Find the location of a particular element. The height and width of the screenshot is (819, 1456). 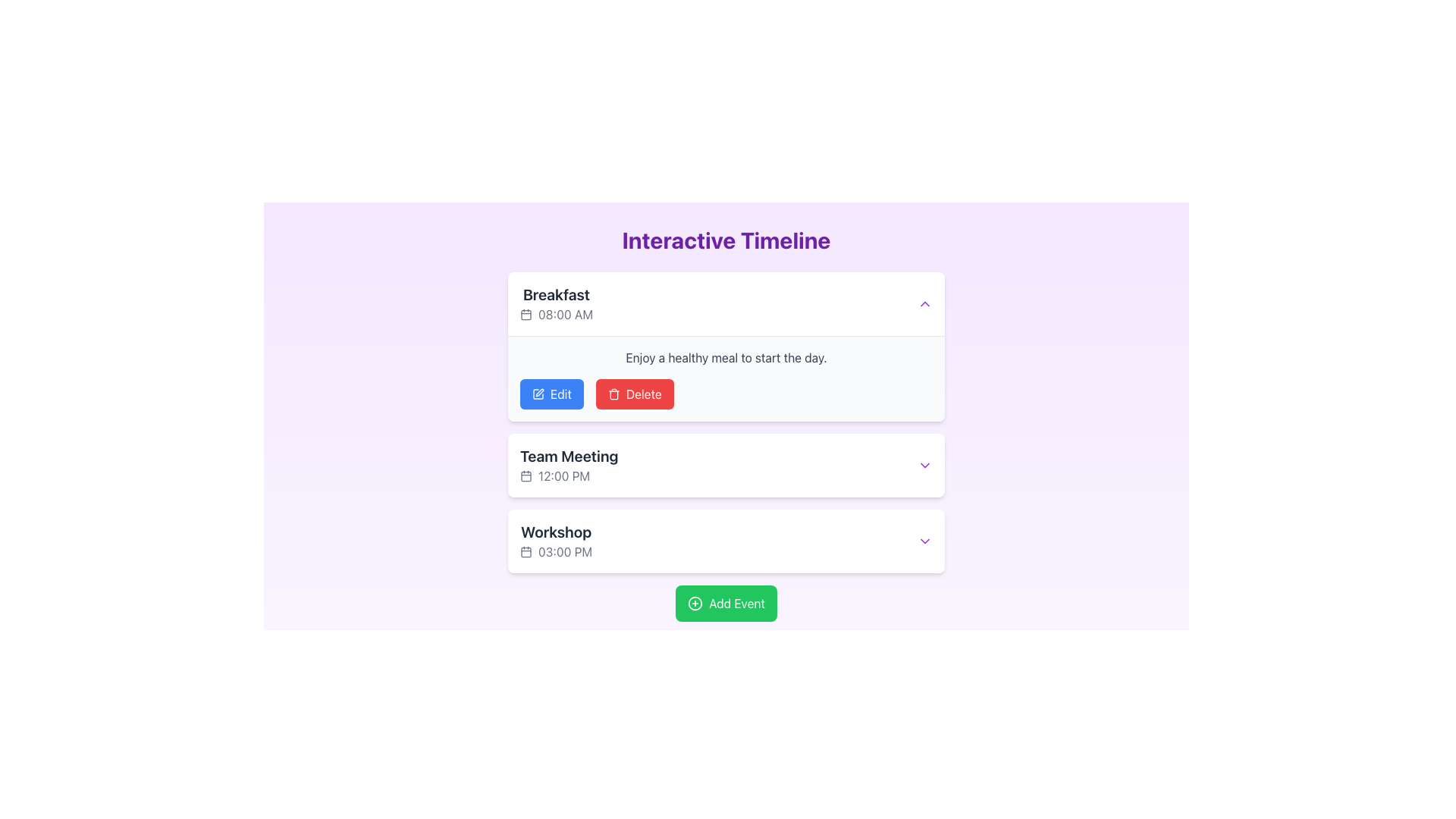

the small chevron icon with a thin purple stroke located in the bottom-right corner of the 'Workshop' section is located at coordinates (924, 540).